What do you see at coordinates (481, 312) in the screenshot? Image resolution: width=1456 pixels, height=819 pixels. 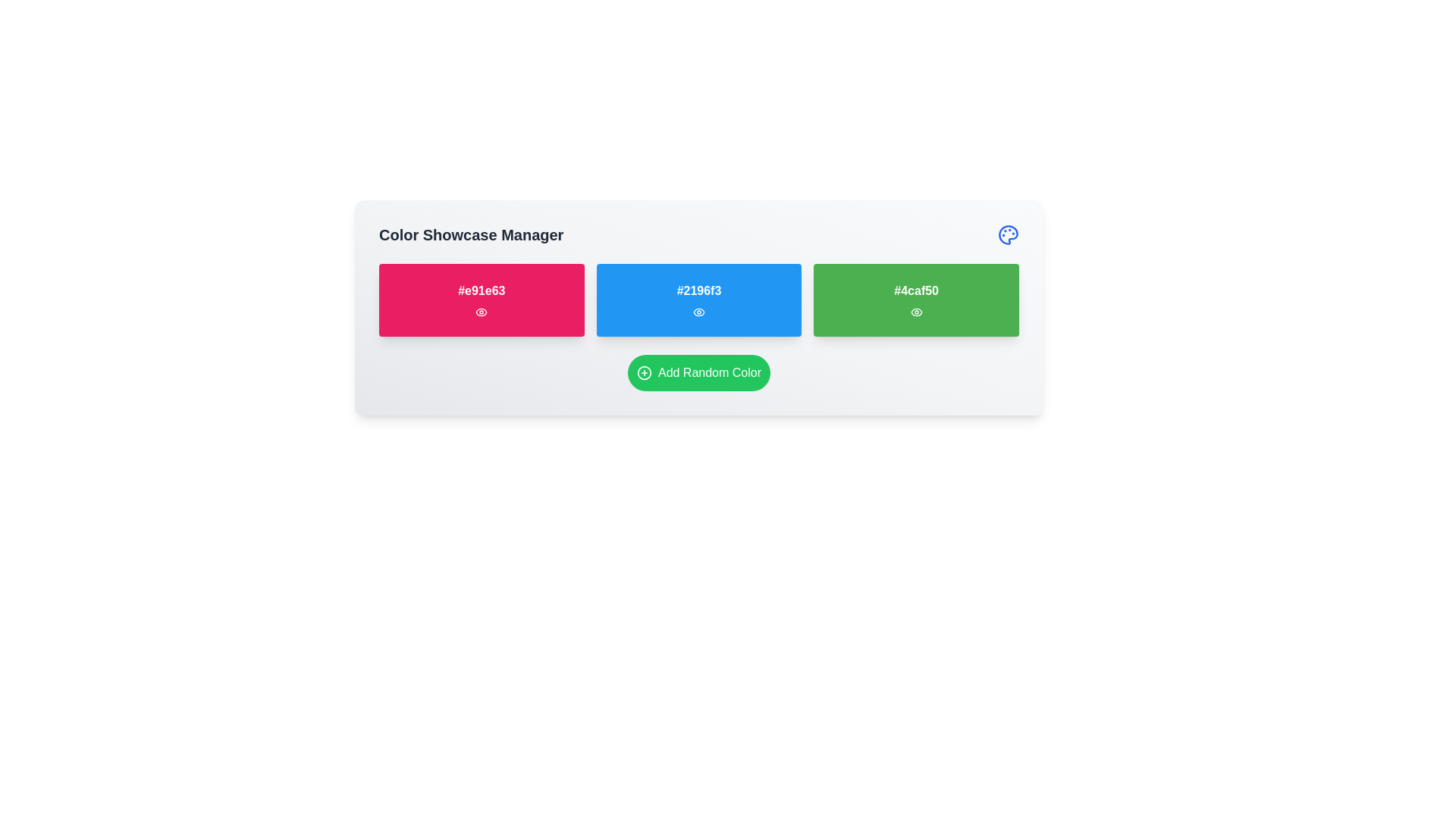 I see `the eye icon located at the bottom of the pink card labeled '#e91e63'` at bounding box center [481, 312].